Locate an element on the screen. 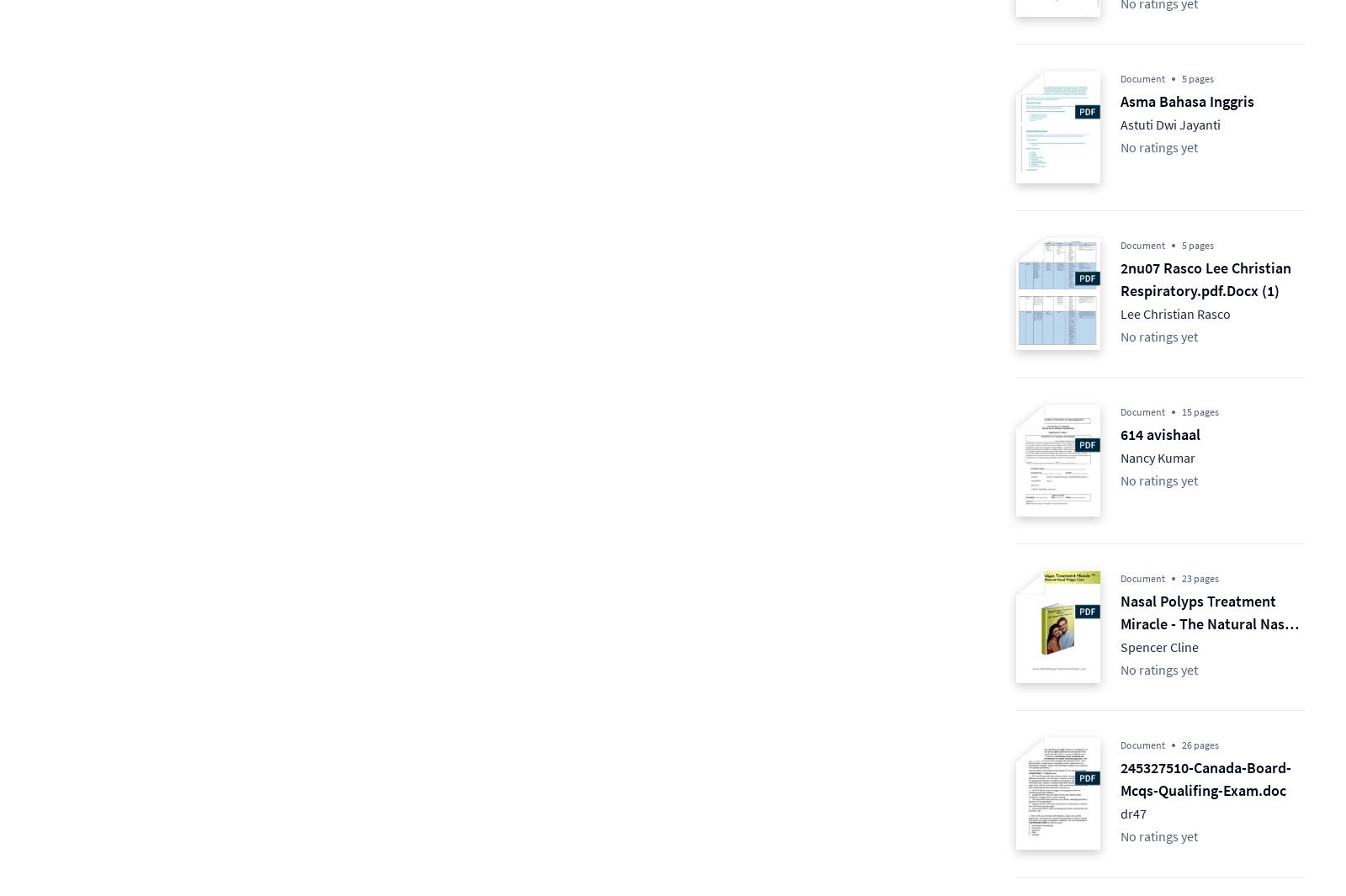  'Asma Bahasa Inggris' is located at coordinates (1187, 100).